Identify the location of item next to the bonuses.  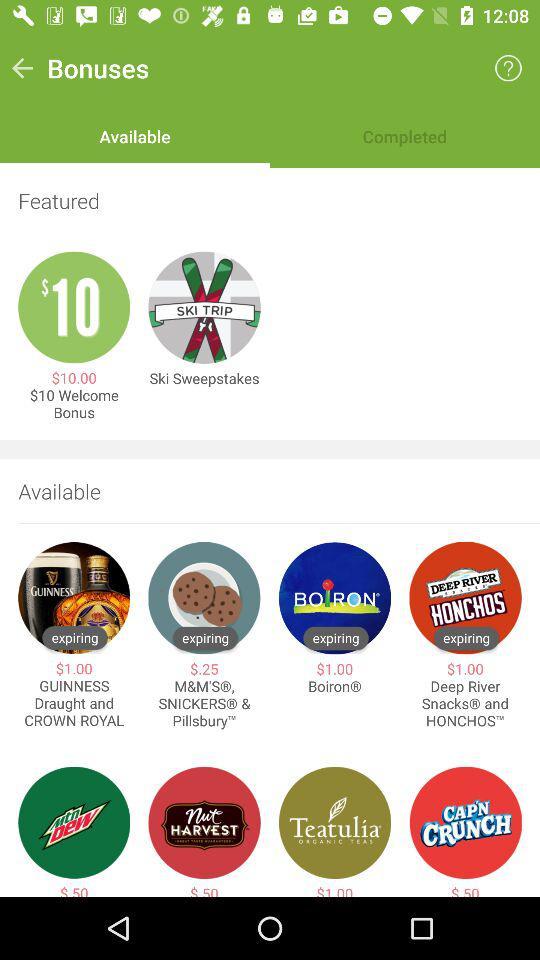
(508, 68).